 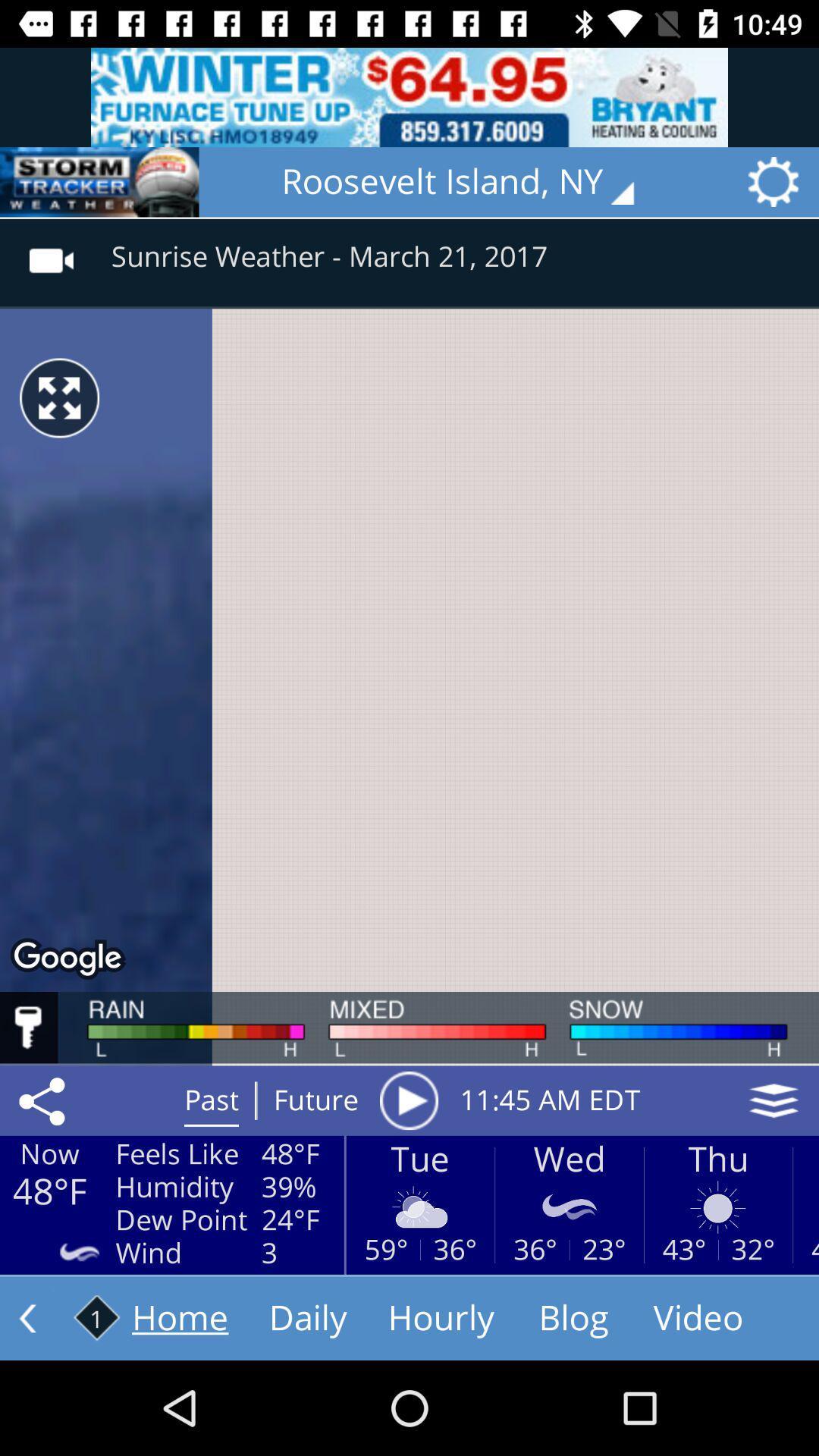 I want to click on the share icon, so click(x=44, y=1100).